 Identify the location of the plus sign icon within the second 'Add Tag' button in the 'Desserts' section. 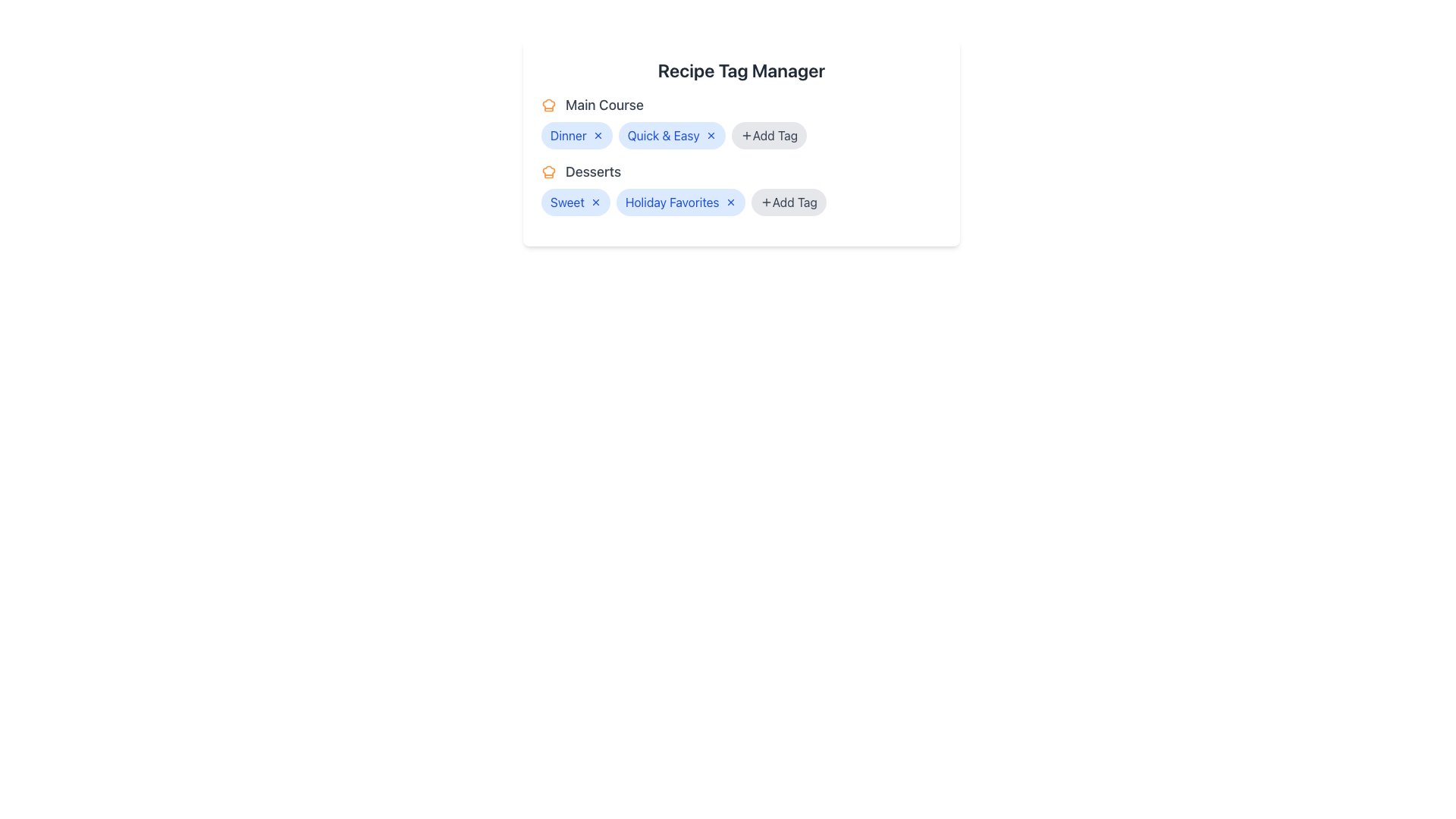
(766, 201).